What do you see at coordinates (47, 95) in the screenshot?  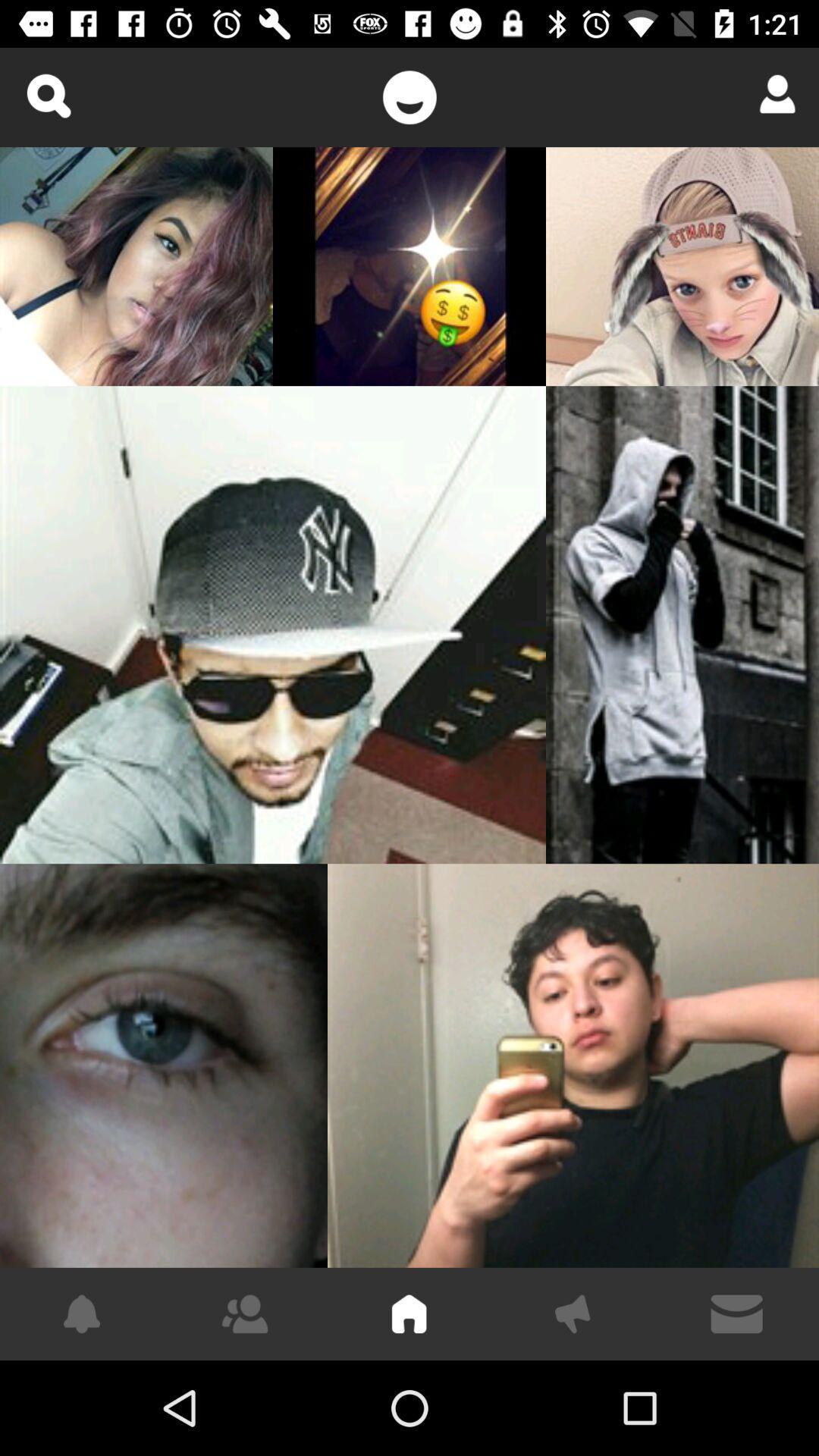 I see `search button` at bounding box center [47, 95].